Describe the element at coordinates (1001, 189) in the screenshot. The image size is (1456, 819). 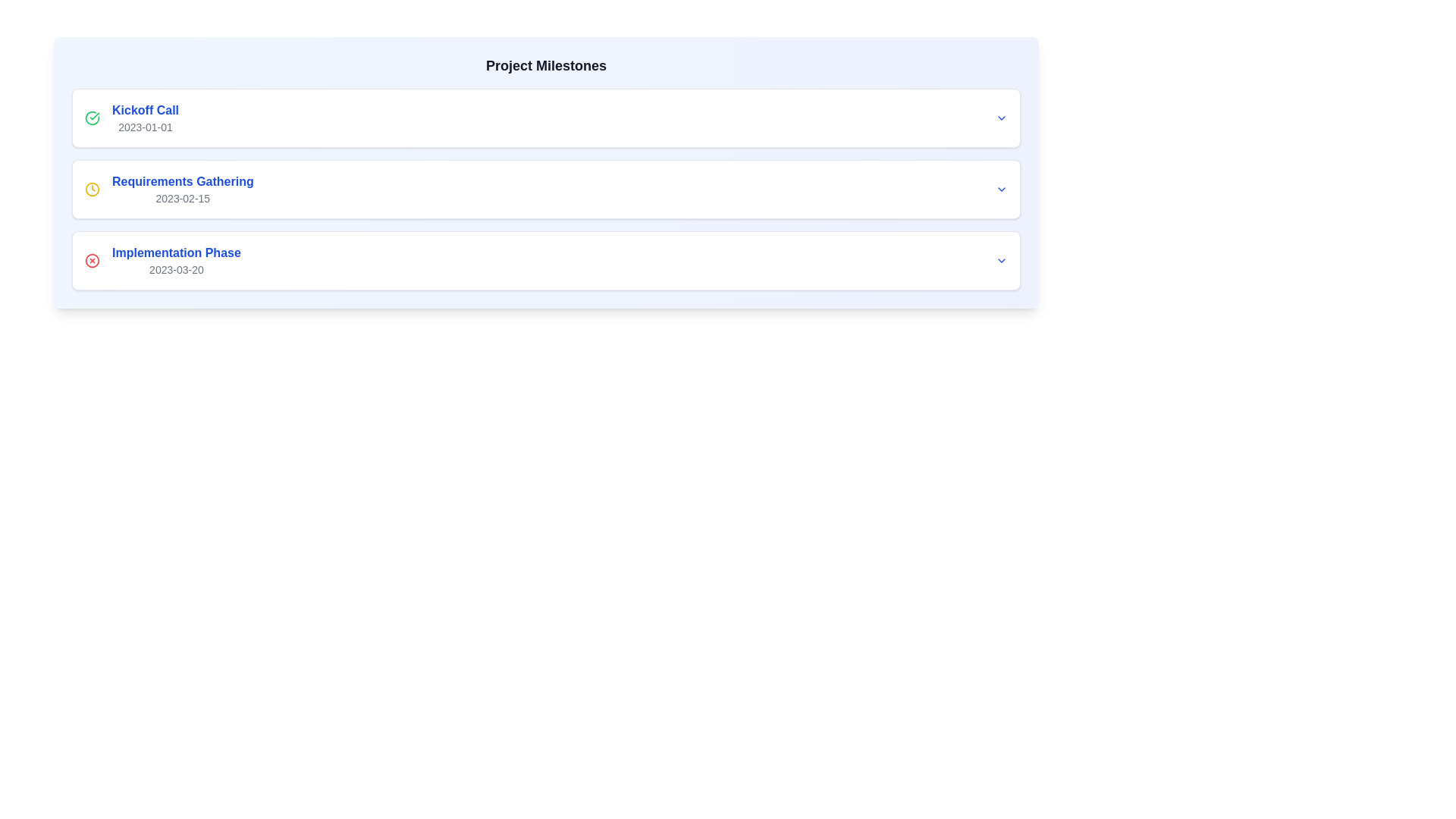
I see `the blue downward-pointing chevron icon button located at the rightmost side of the 'Requirements Gathering' milestone entry panel` at that location.